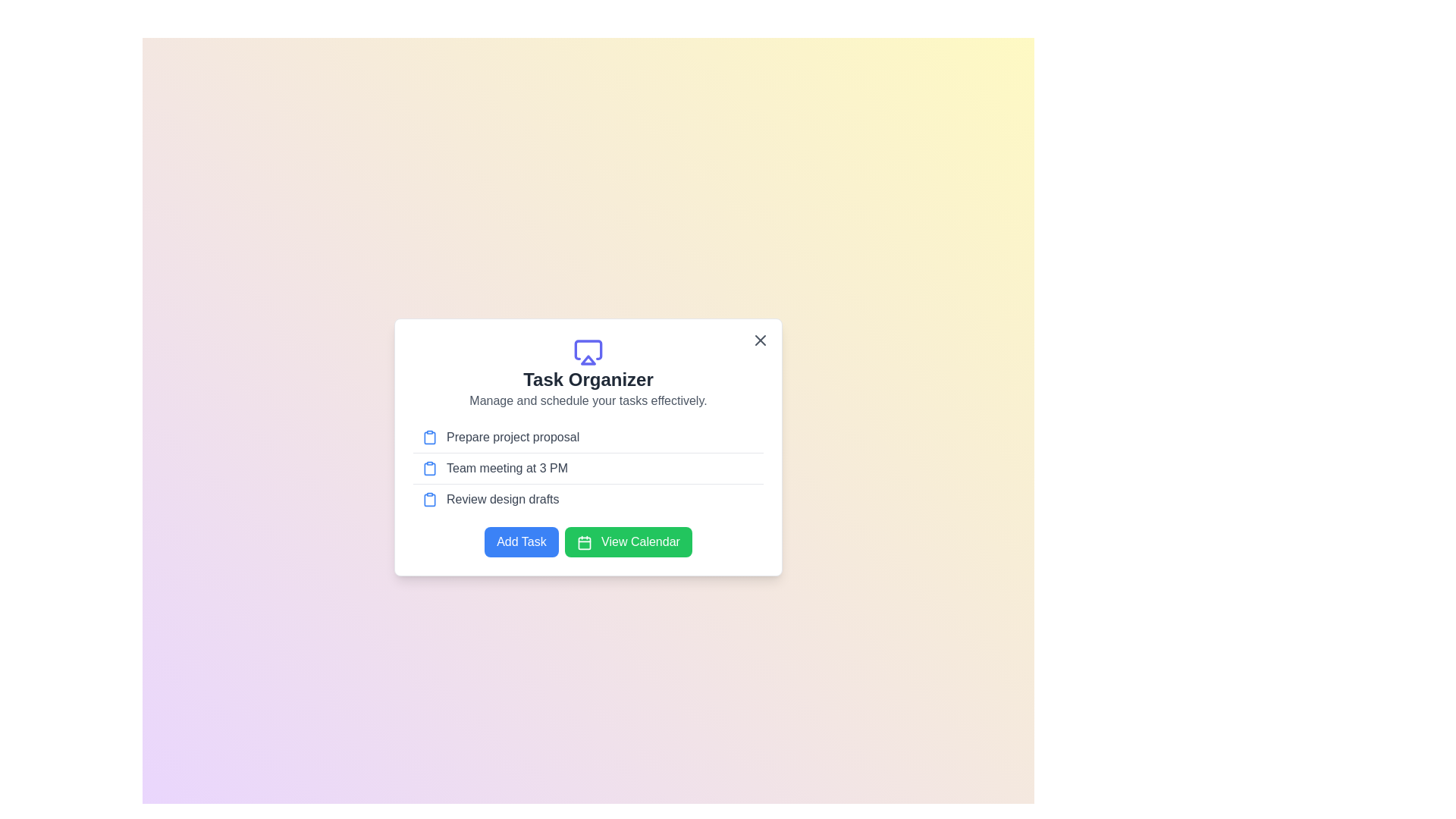 The width and height of the screenshot is (1456, 819). Describe the element at coordinates (502, 500) in the screenshot. I see `the text element displaying the task description 'Review design drafts', which is the third item in a vertically-stacked list in the task management interface` at that location.